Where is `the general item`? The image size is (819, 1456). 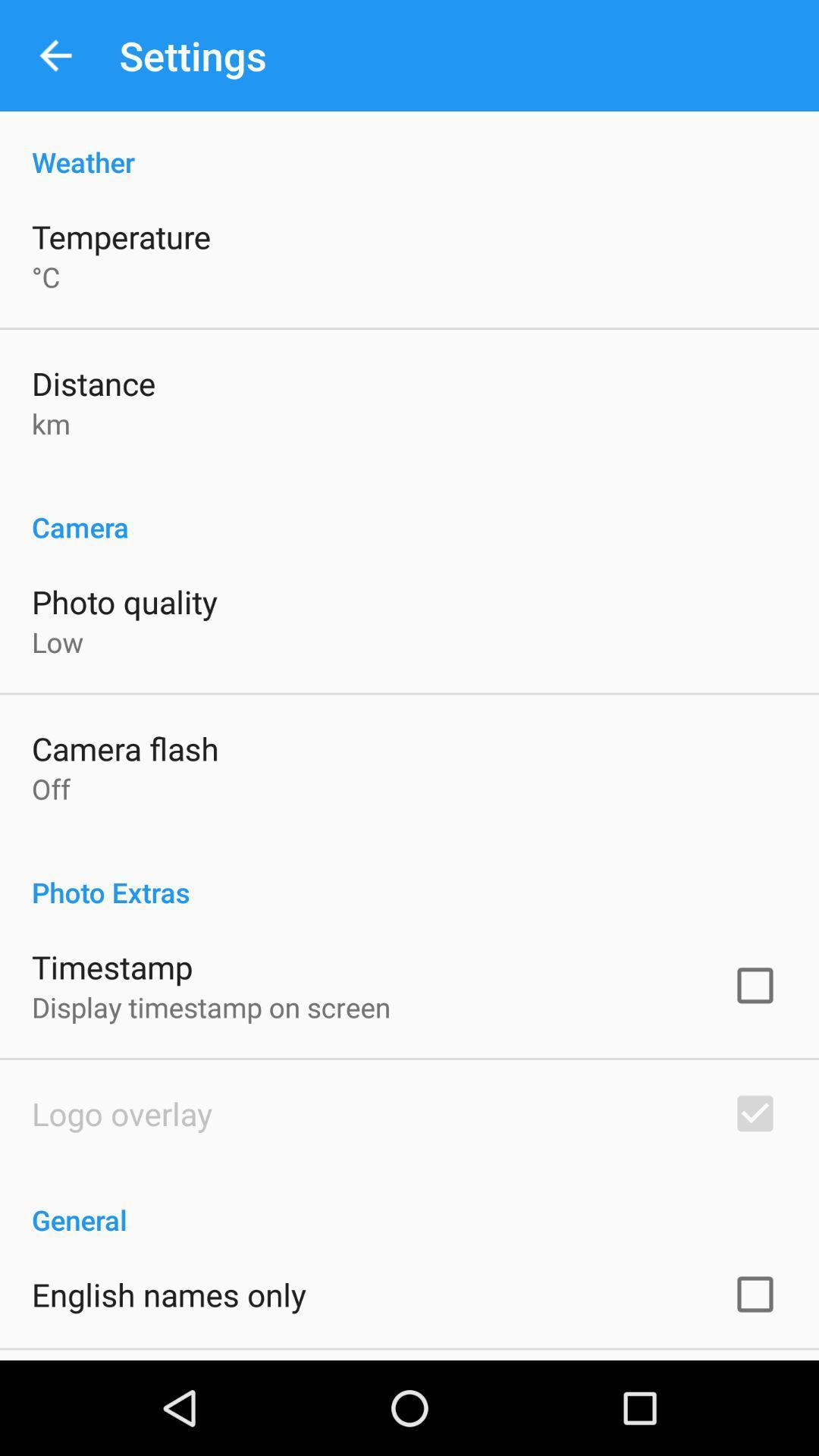 the general item is located at coordinates (409, 1203).